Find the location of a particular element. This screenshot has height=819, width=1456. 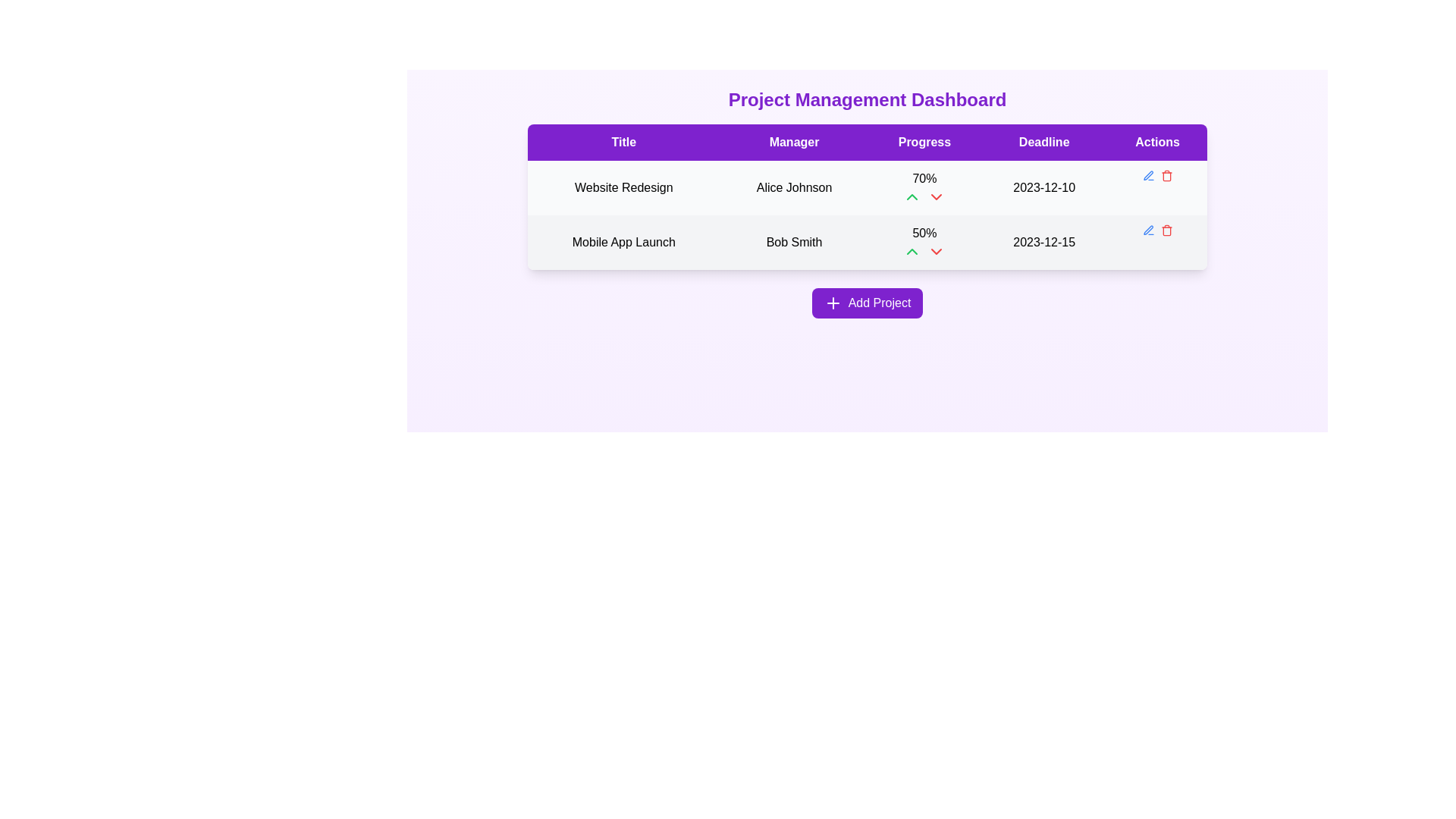

the main title of the web page indicating 'Project Management Dashboard', located at the top-center of the layout is located at coordinates (867, 99).